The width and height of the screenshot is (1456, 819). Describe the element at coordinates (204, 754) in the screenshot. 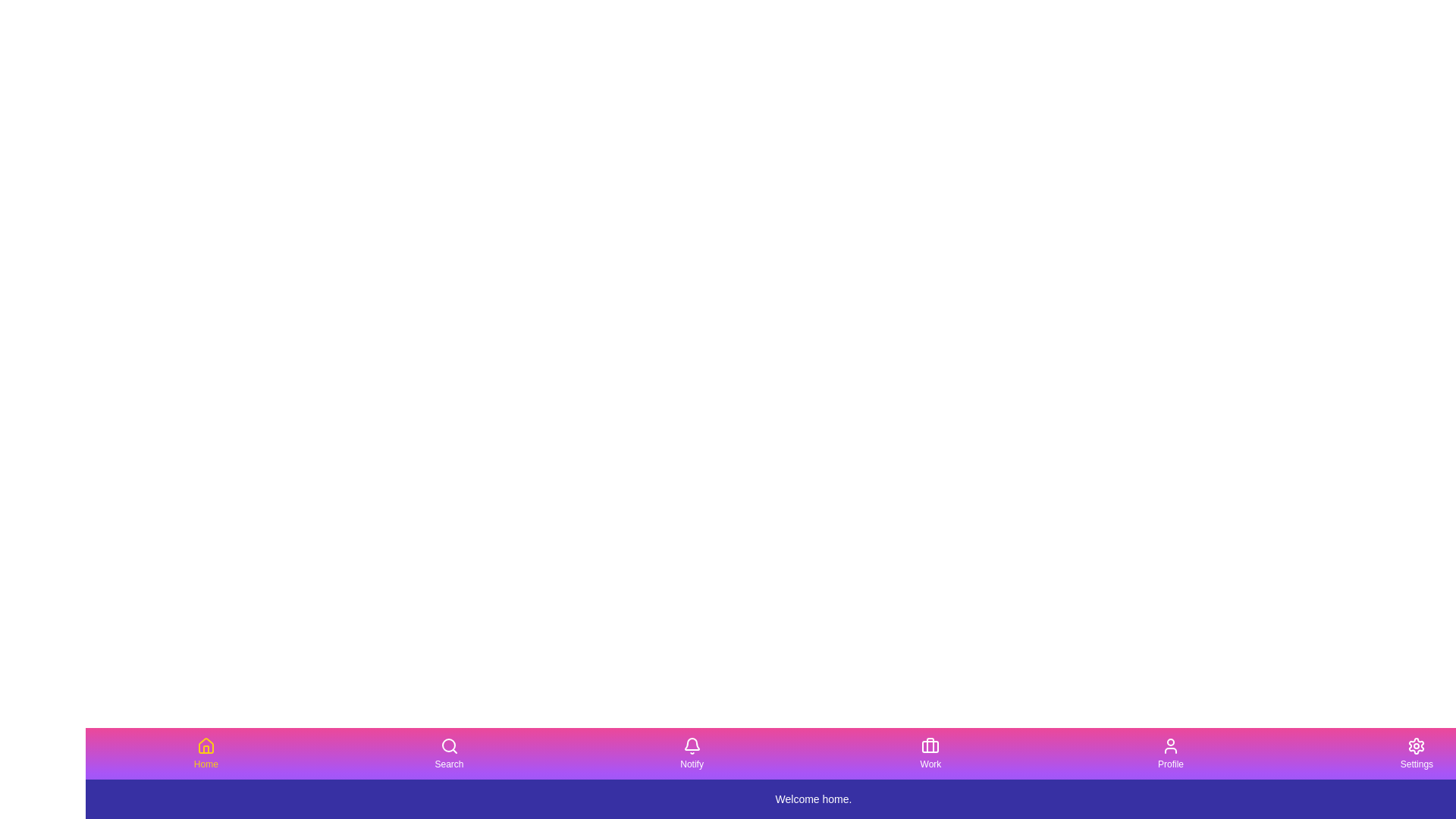

I see `the tab labeled Home by clicking its button` at that location.